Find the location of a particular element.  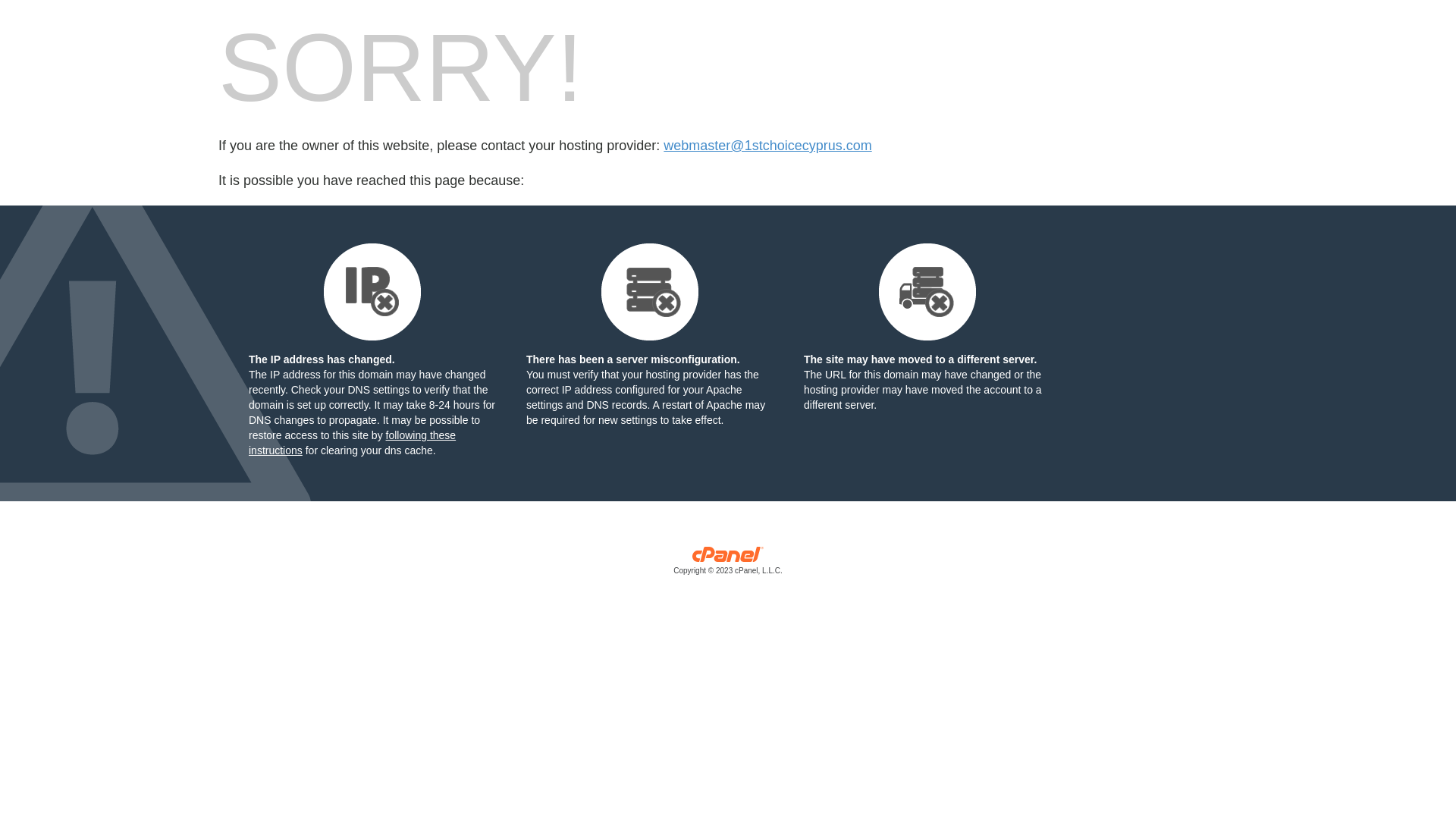

'webmaster@1stchoicecyprus.com' is located at coordinates (767, 146).